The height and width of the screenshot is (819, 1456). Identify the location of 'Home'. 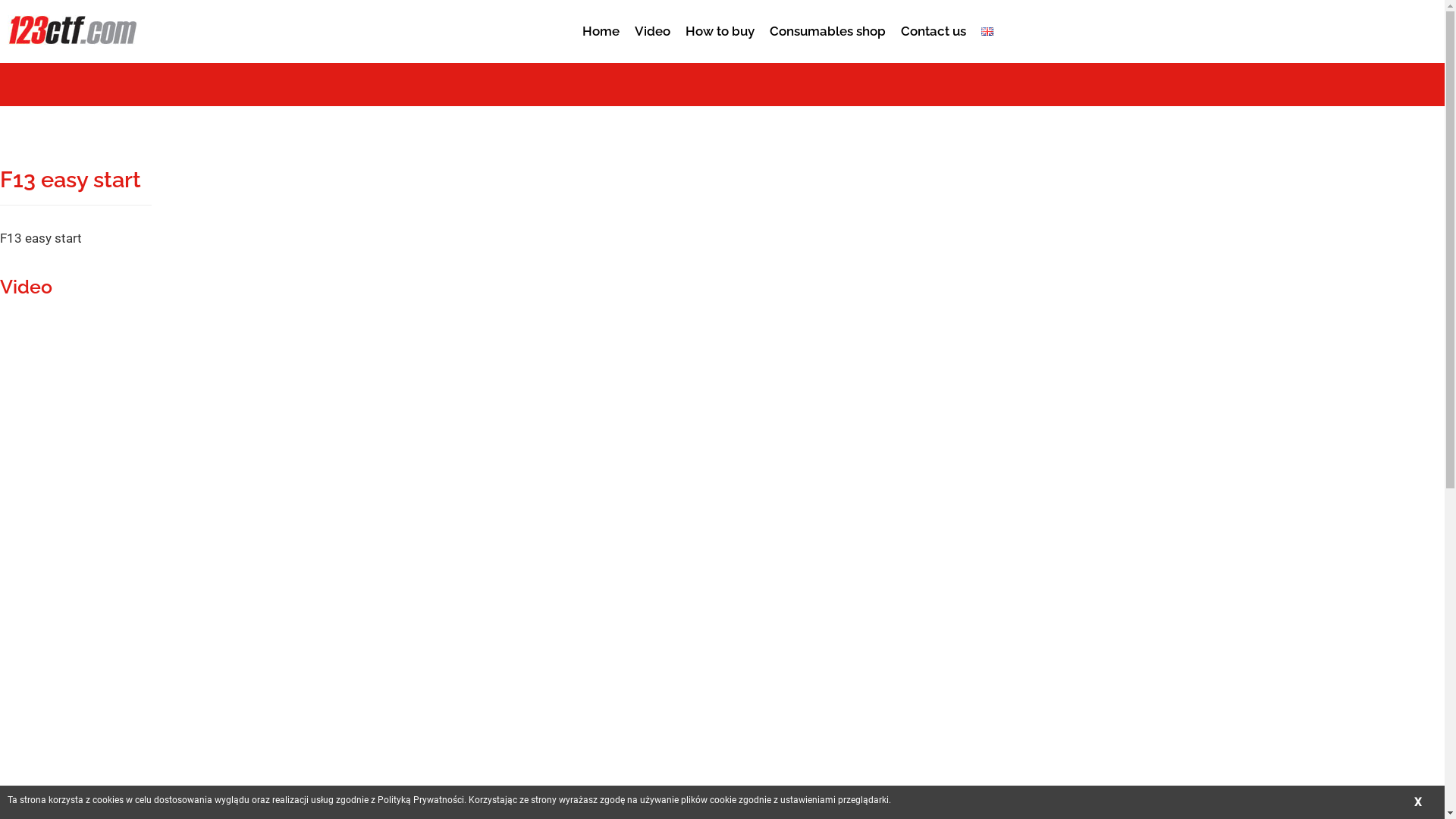
(574, 23).